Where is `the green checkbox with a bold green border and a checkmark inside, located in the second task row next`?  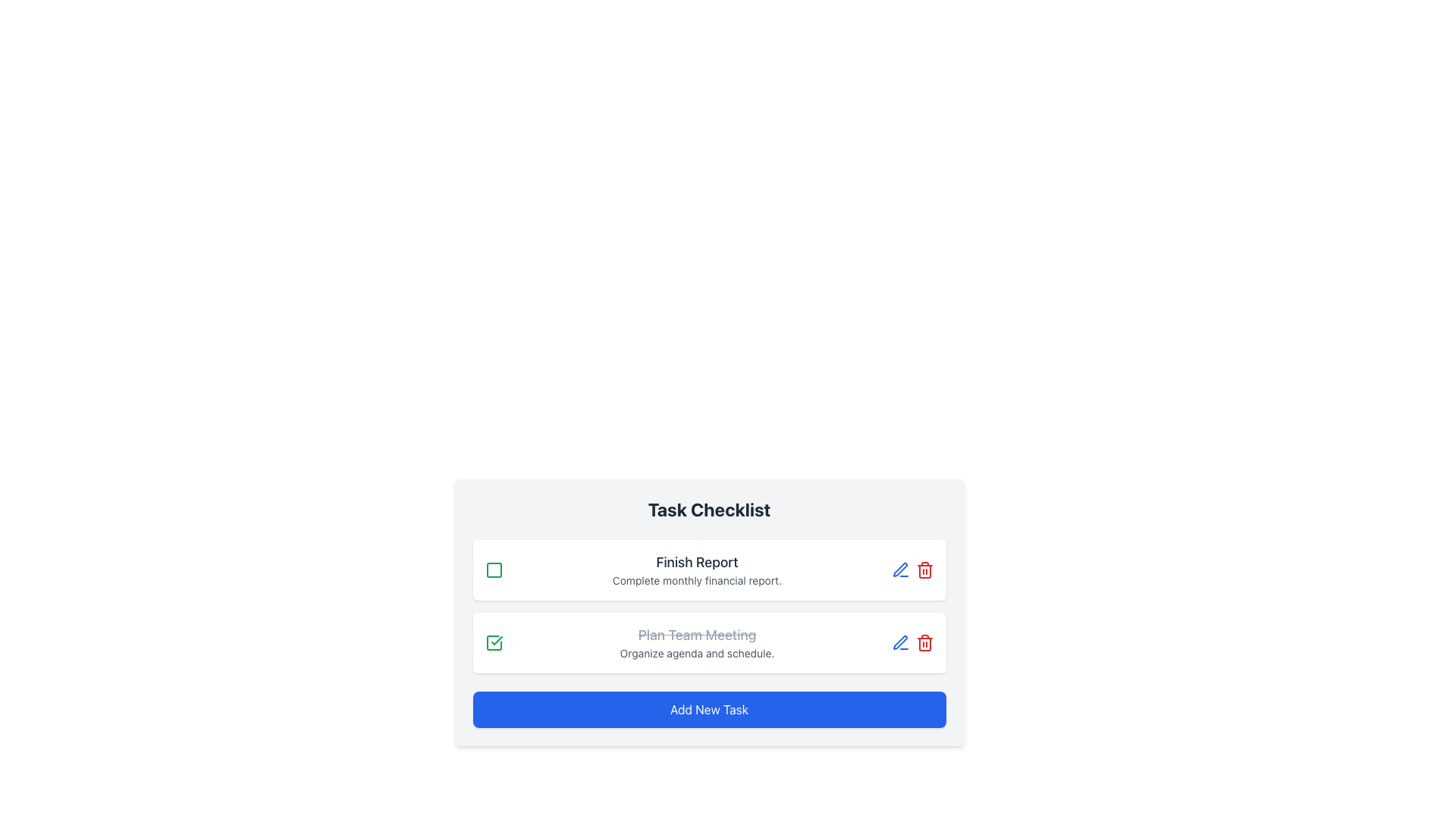
the green checkbox with a bold green border and a checkmark inside, located in the second task row next is located at coordinates (494, 643).